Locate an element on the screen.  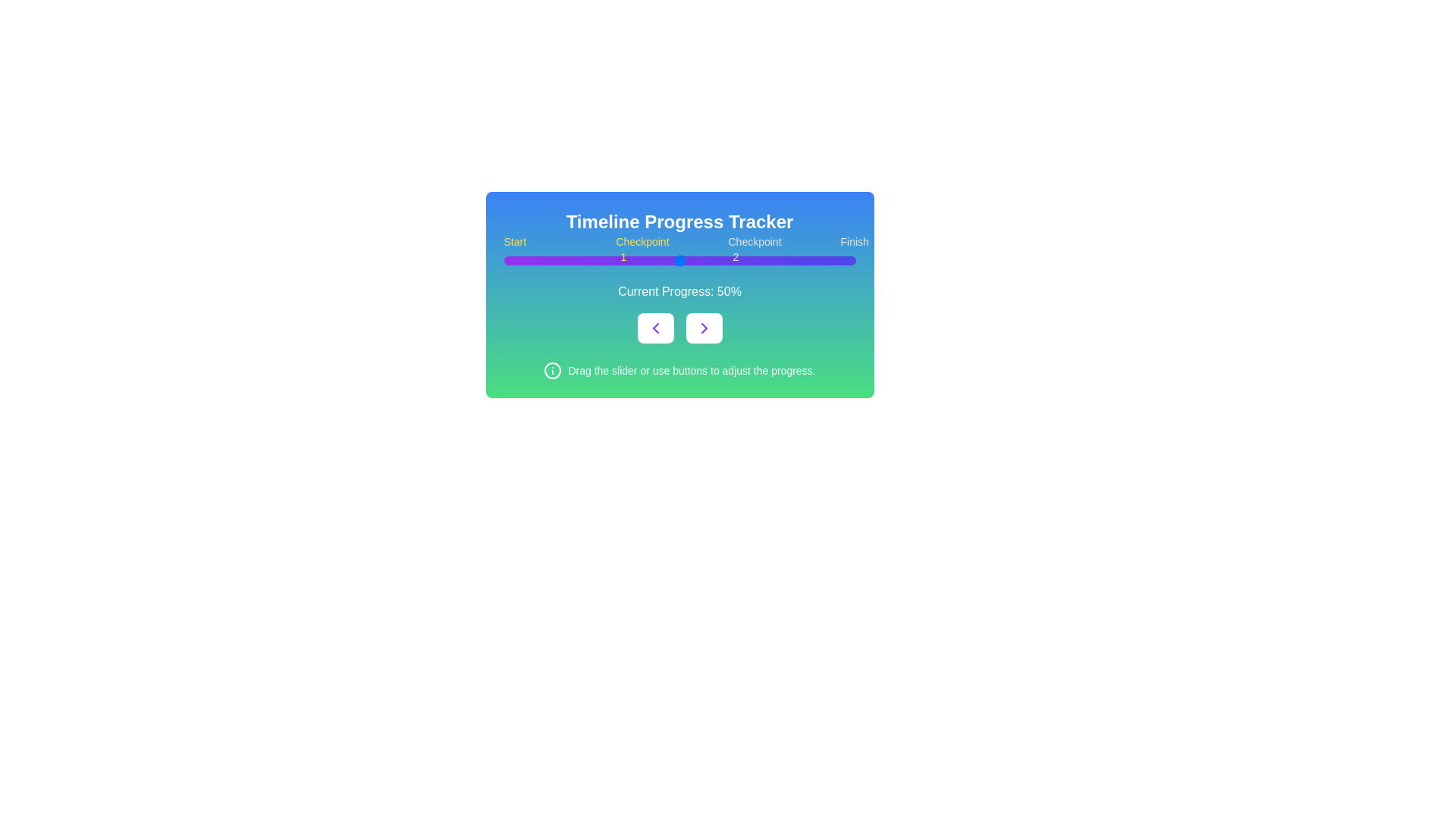
the progress is located at coordinates (711, 259).